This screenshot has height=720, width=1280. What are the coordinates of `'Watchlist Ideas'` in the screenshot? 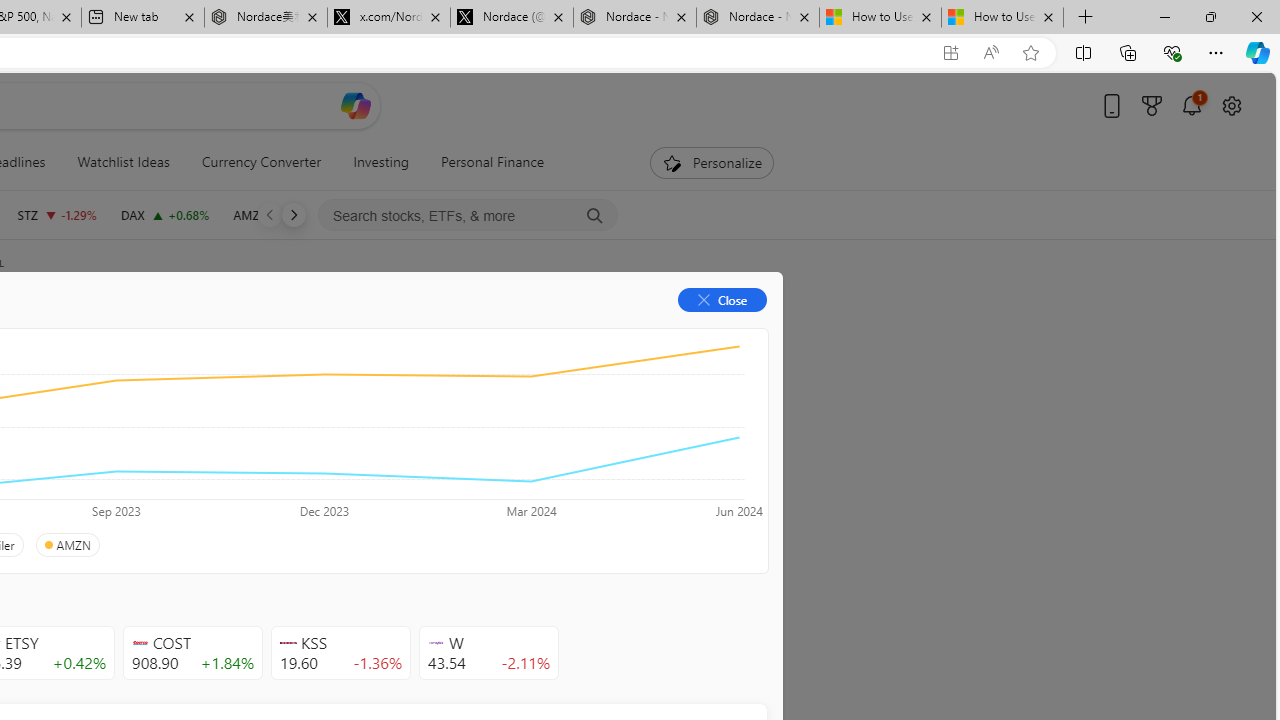 It's located at (122, 162).